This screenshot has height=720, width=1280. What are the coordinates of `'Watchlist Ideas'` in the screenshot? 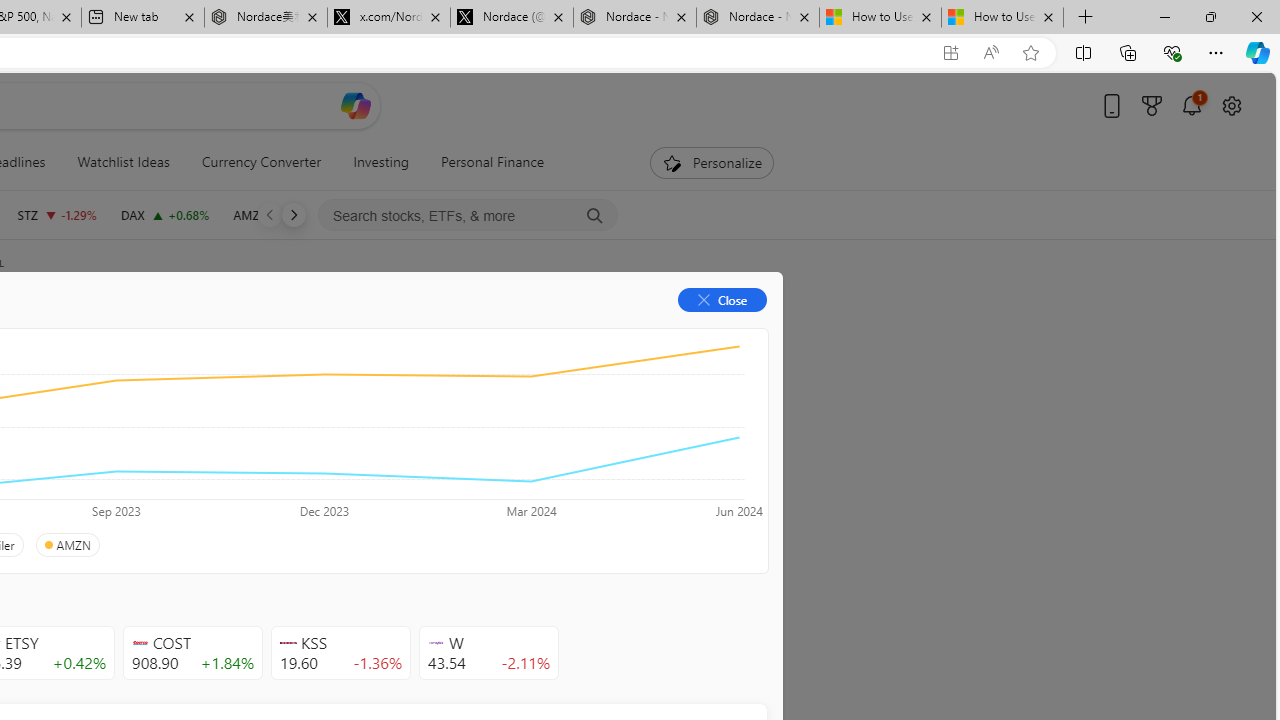 It's located at (122, 162).